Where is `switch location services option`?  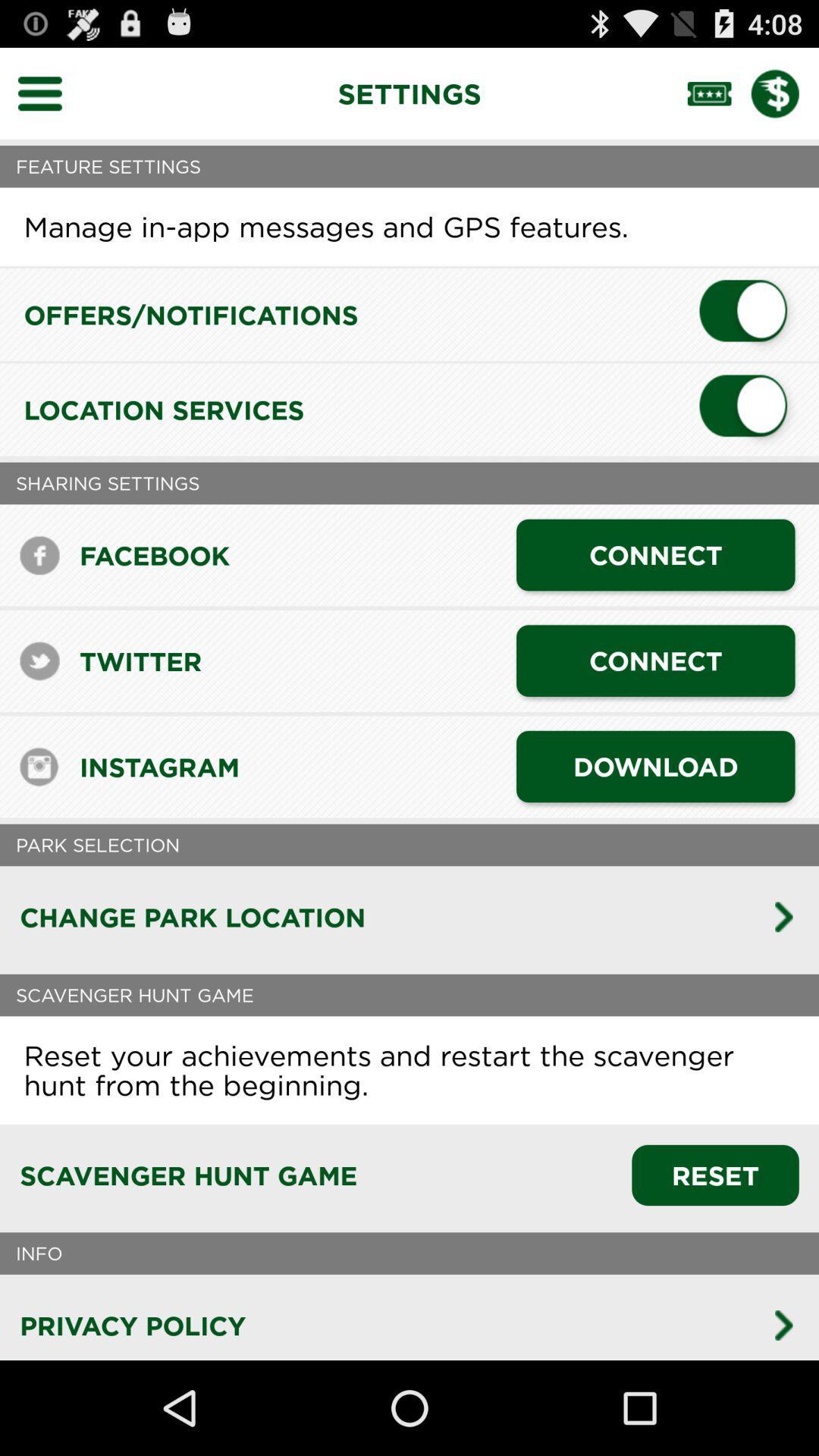
switch location services option is located at coordinates (748, 409).